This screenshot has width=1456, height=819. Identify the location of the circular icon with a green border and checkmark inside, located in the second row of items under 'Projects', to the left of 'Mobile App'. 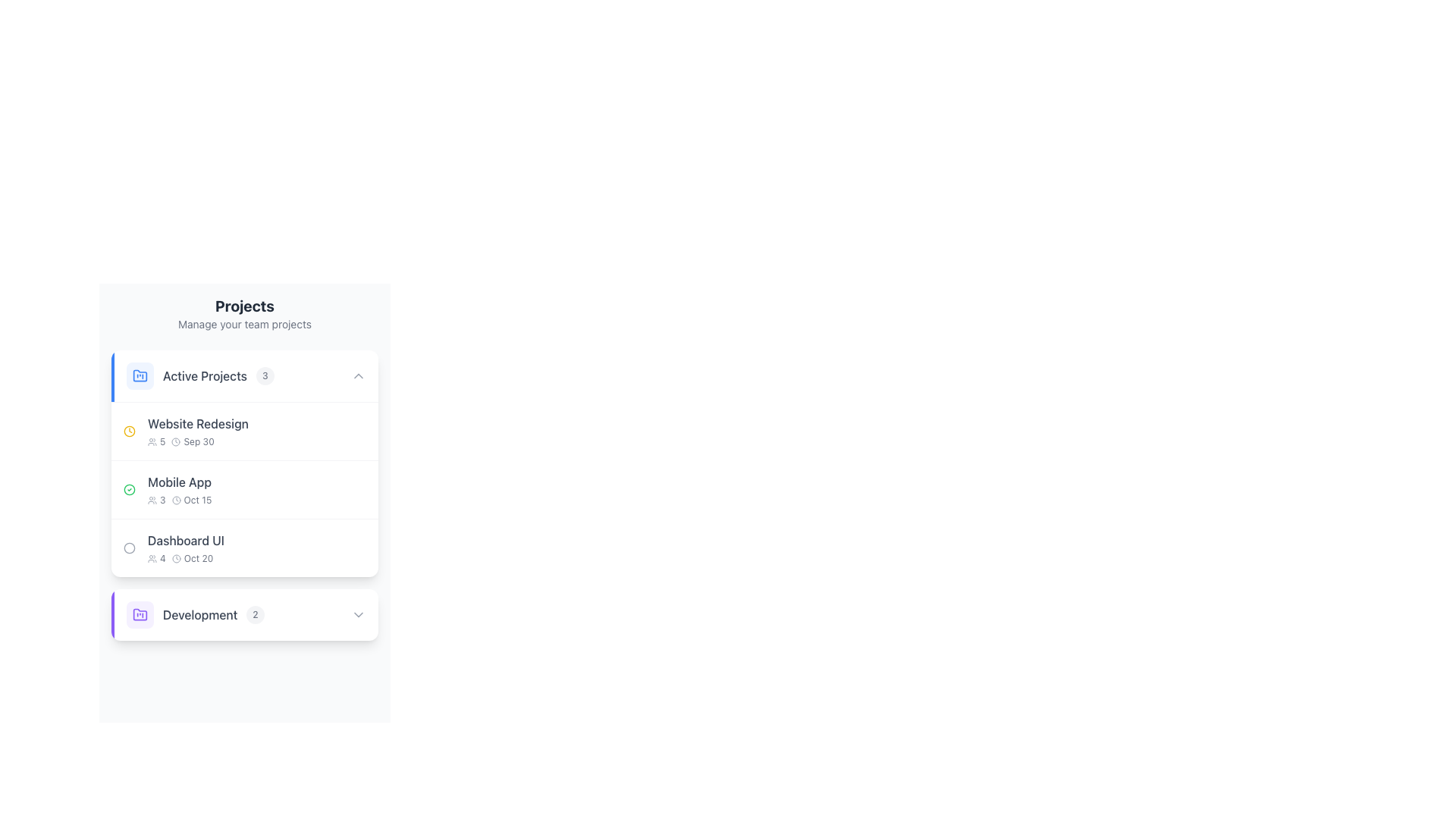
(130, 489).